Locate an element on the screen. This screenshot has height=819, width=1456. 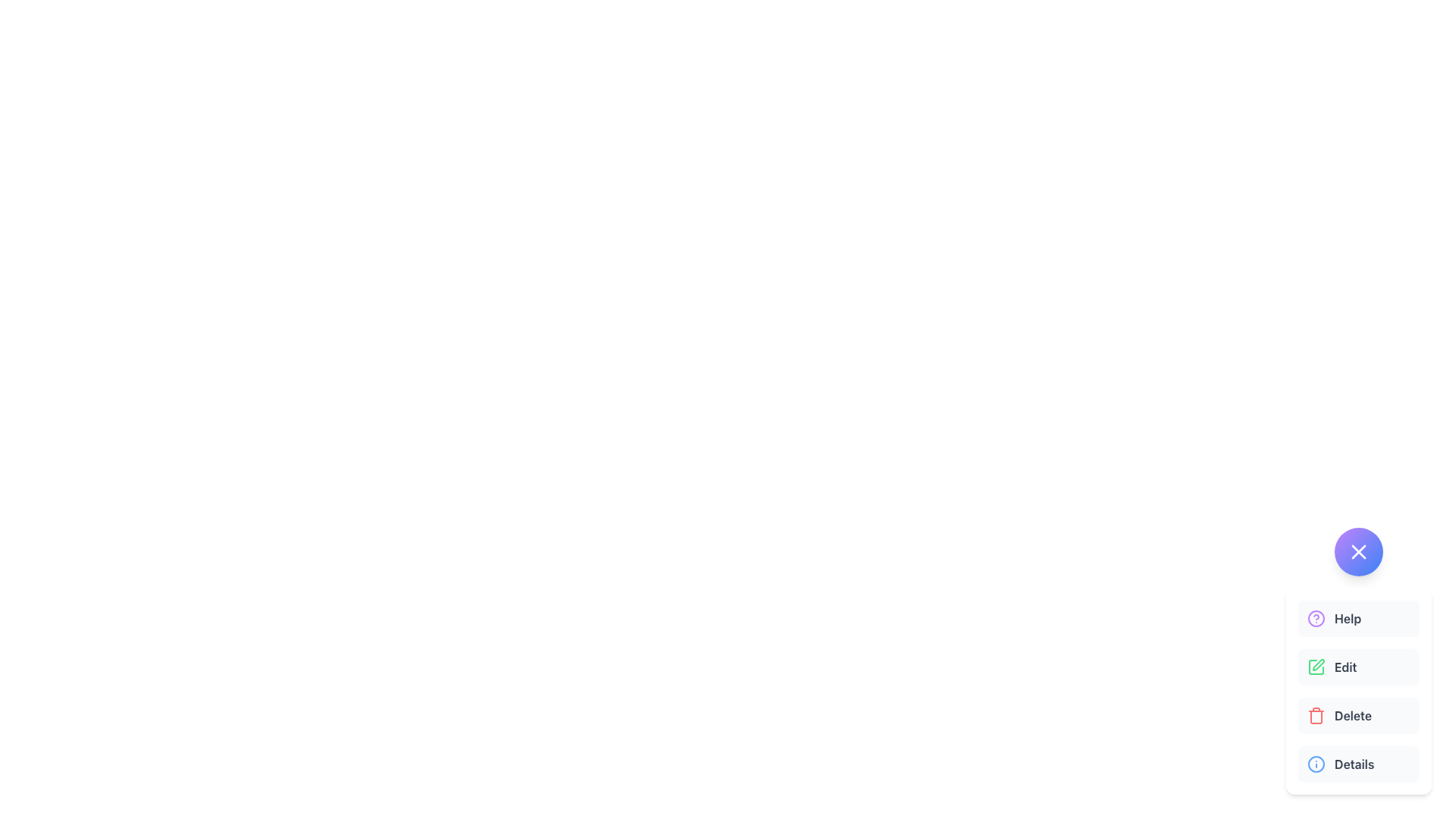
the close icon, which is a thin line forming a tilted cross, located near the center of a circular button above the options menu in the bottom-right corner of the interface is located at coordinates (1358, 552).